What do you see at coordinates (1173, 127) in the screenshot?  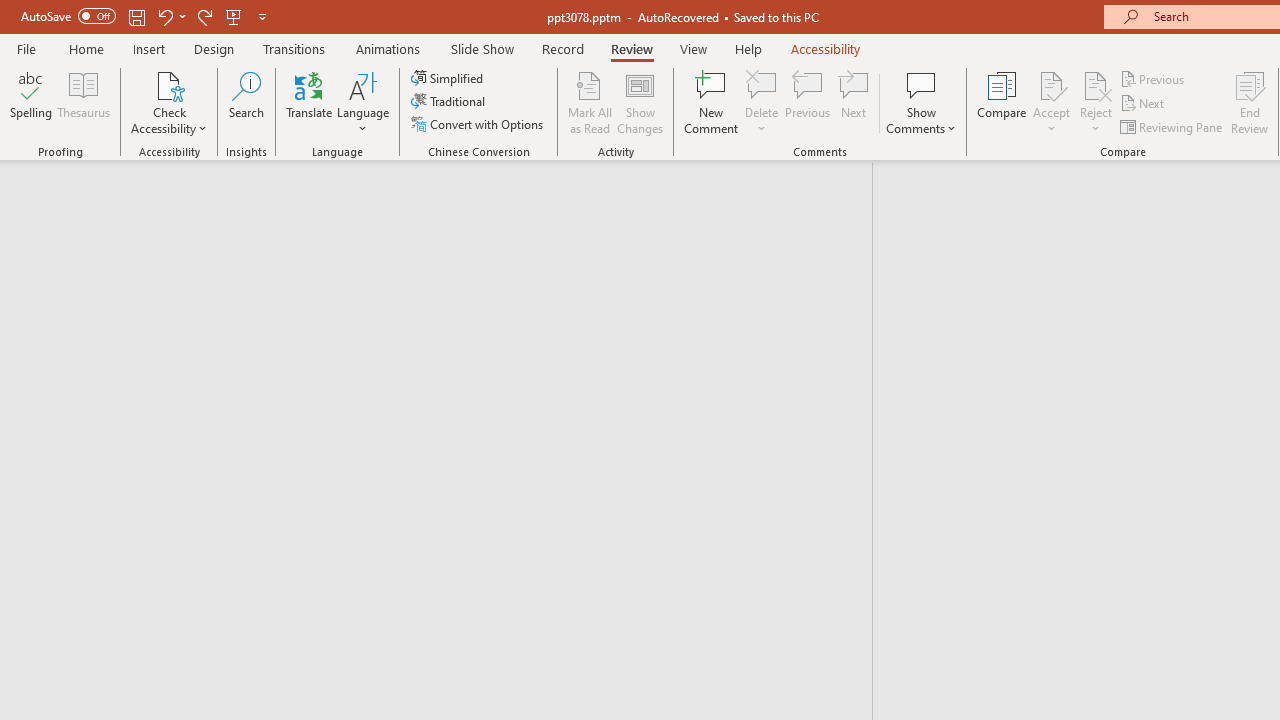 I see `'Reviewing Pane'` at bounding box center [1173, 127].